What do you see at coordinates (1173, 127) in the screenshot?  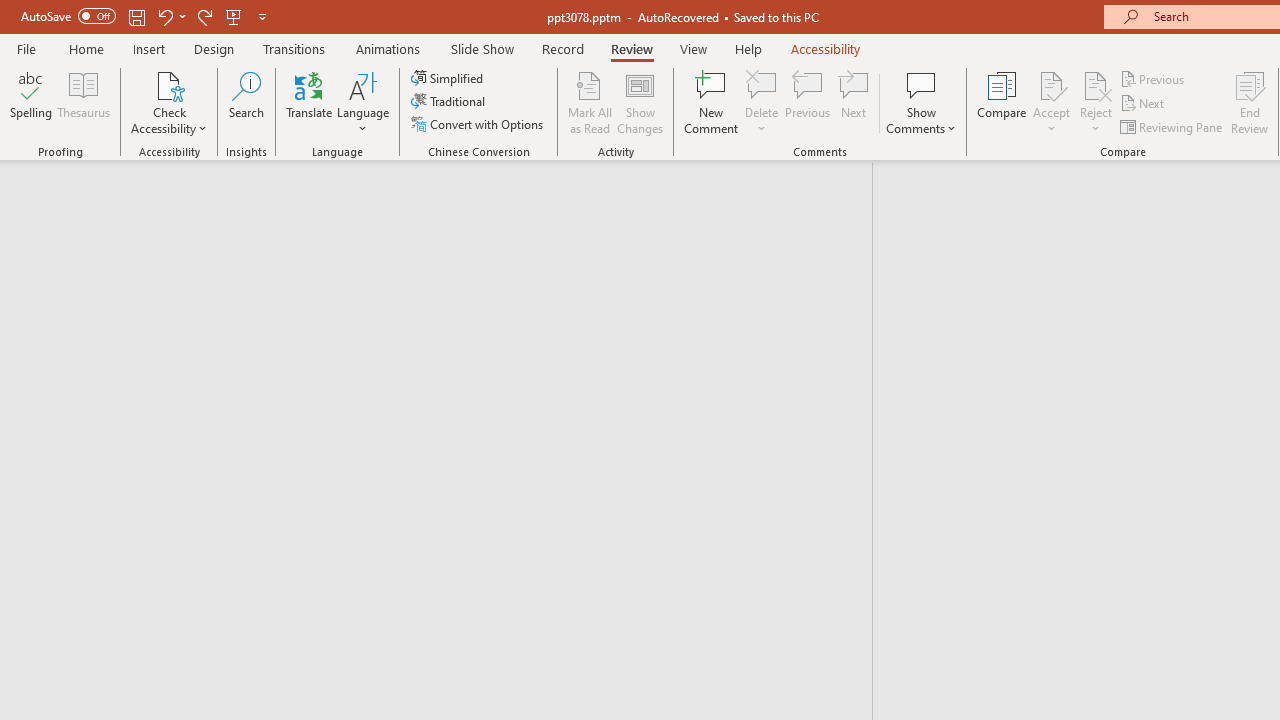 I see `'Reviewing Pane'` at bounding box center [1173, 127].